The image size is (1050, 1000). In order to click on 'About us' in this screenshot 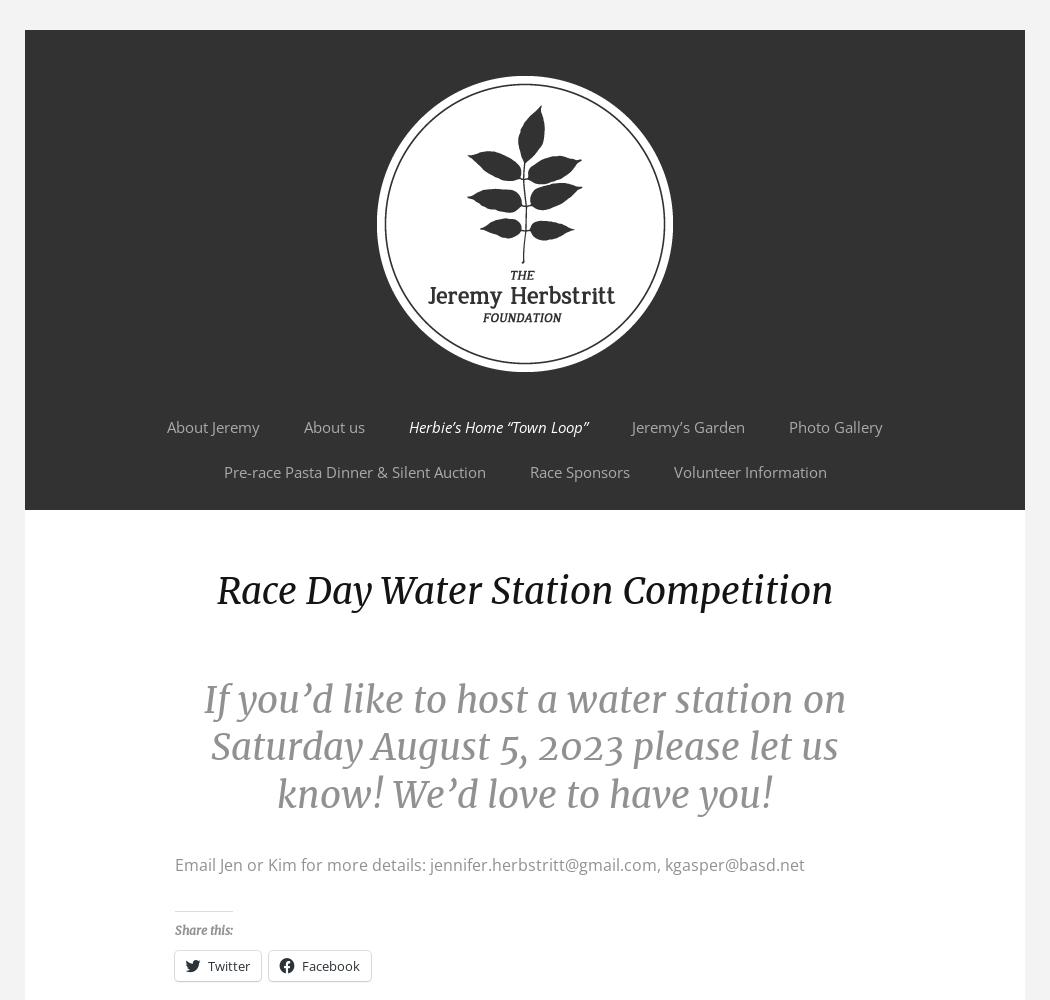, I will do `click(334, 427)`.